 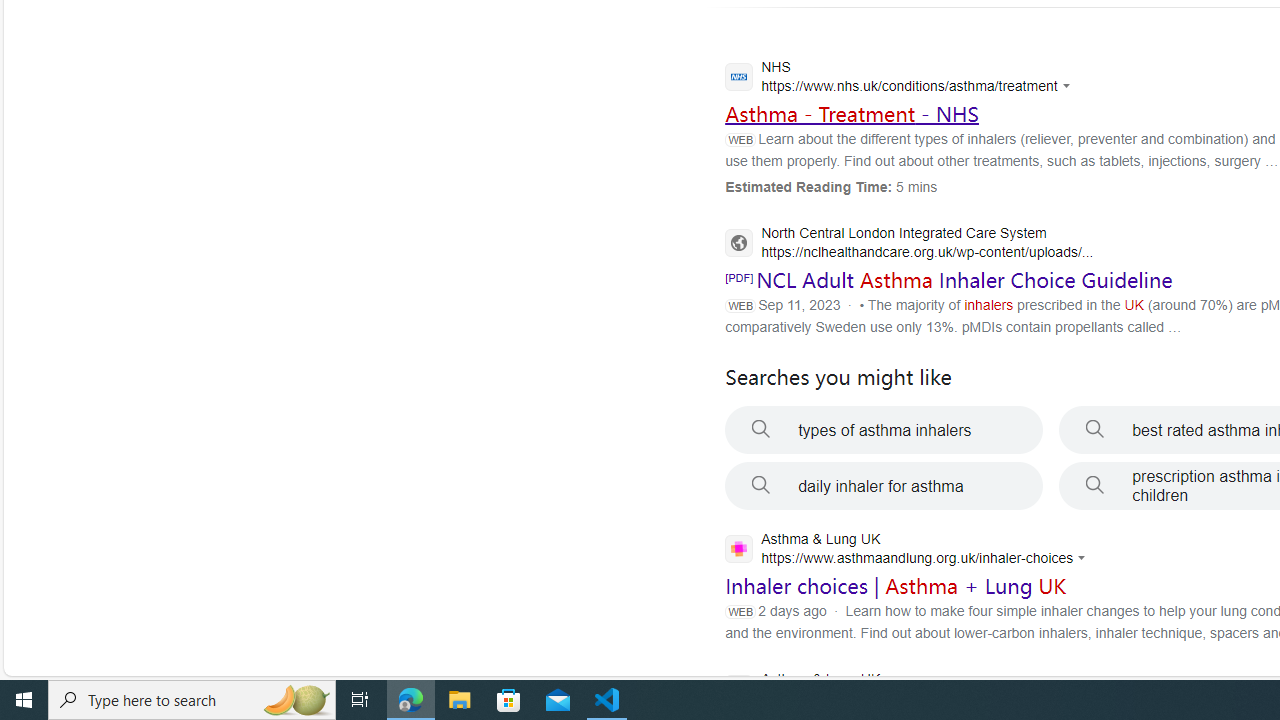 I want to click on 'Global web icon', so click(x=738, y=549).